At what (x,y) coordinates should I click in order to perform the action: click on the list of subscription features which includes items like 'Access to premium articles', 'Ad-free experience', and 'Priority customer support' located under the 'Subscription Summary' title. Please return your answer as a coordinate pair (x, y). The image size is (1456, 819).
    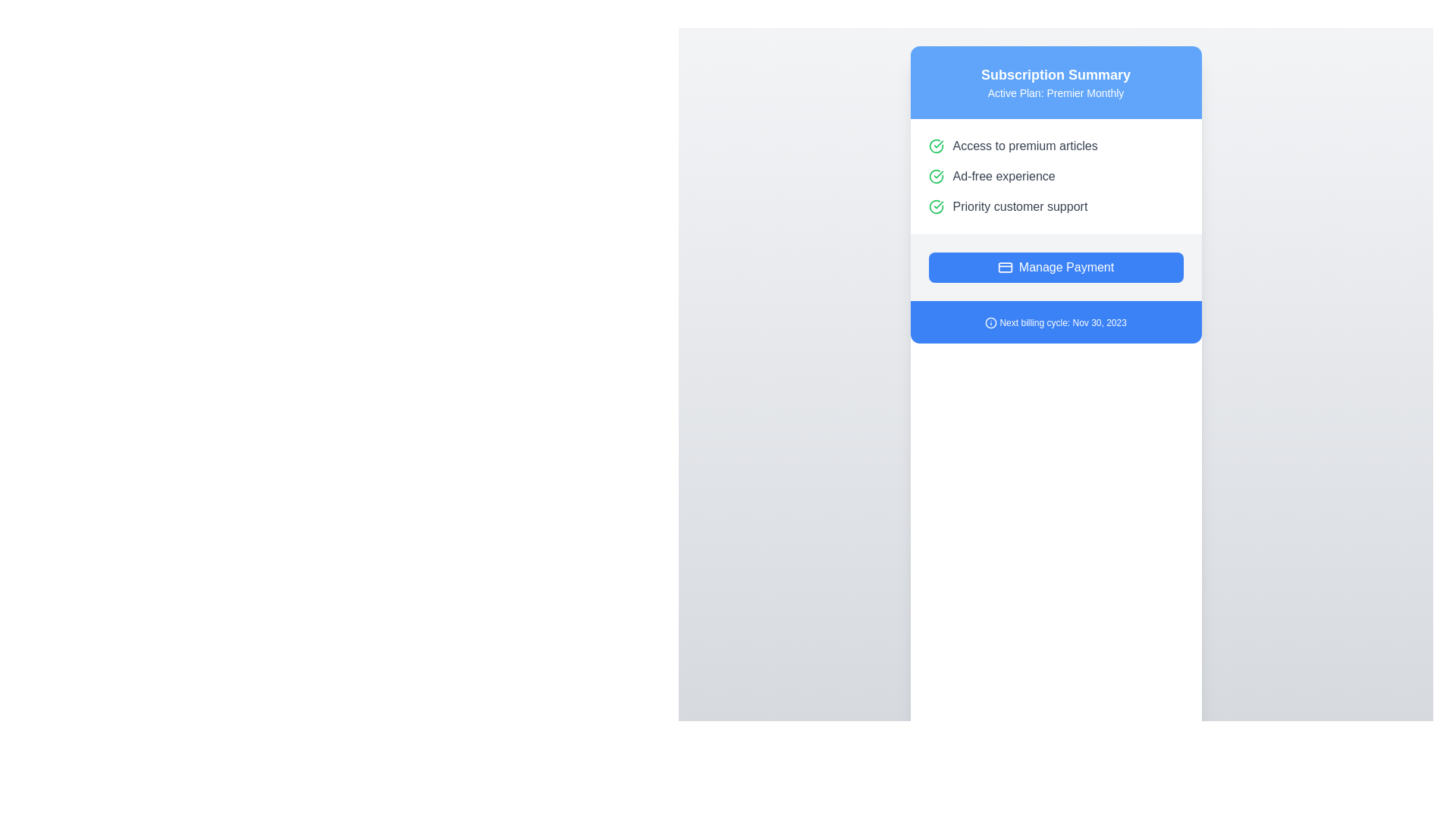
    Looking at the image, I should click on (1055, 175).